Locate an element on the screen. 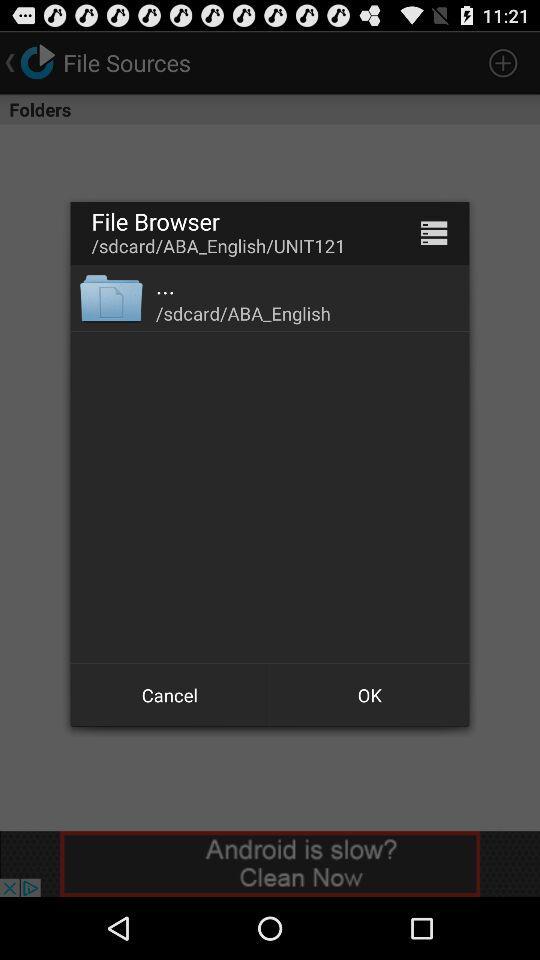 The height and width of the screenshot is (960, 540). ... icon is located at coordinates (164, 284).